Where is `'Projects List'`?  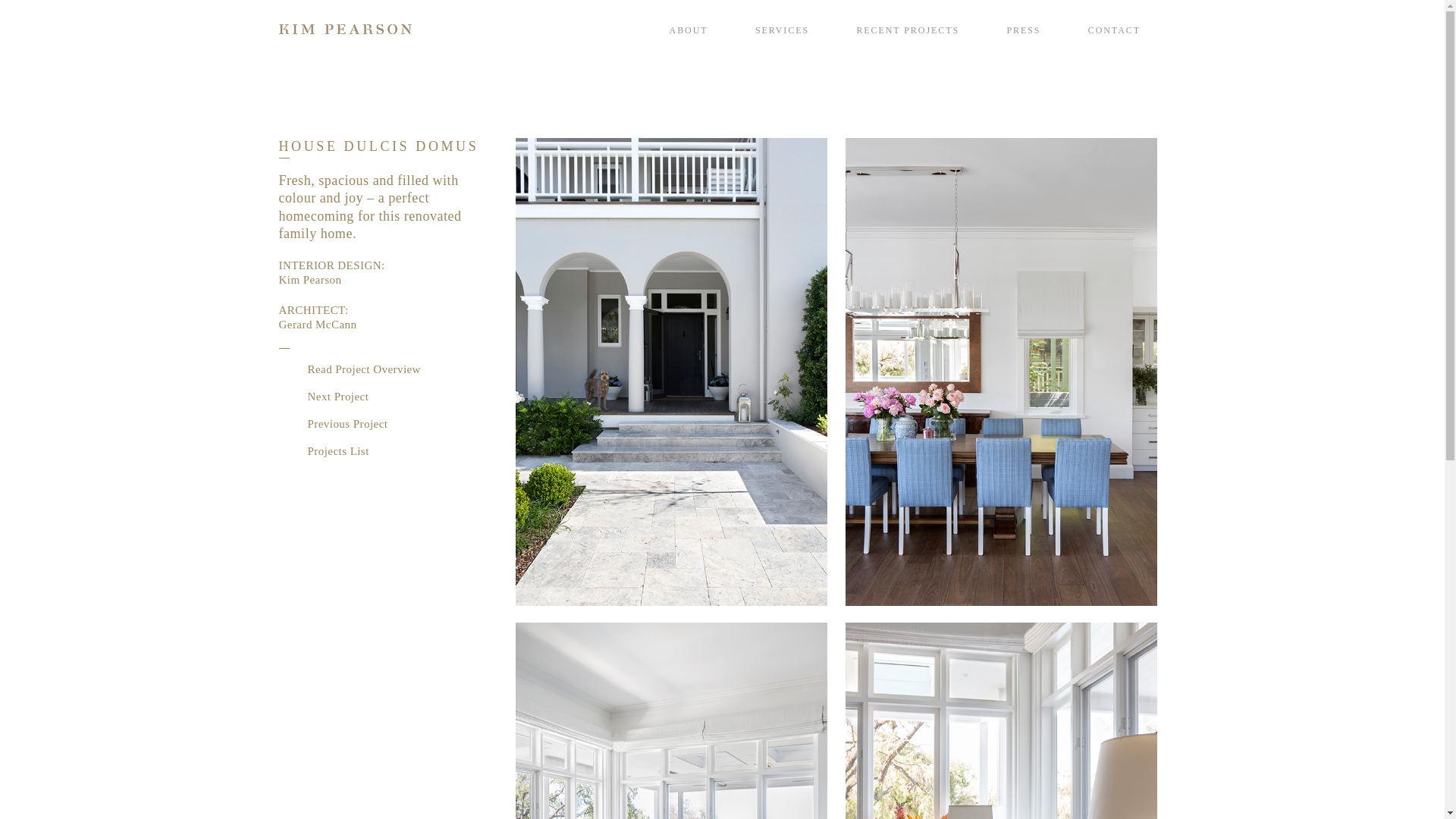
'Projects List' is located at coordinates (323, 450).